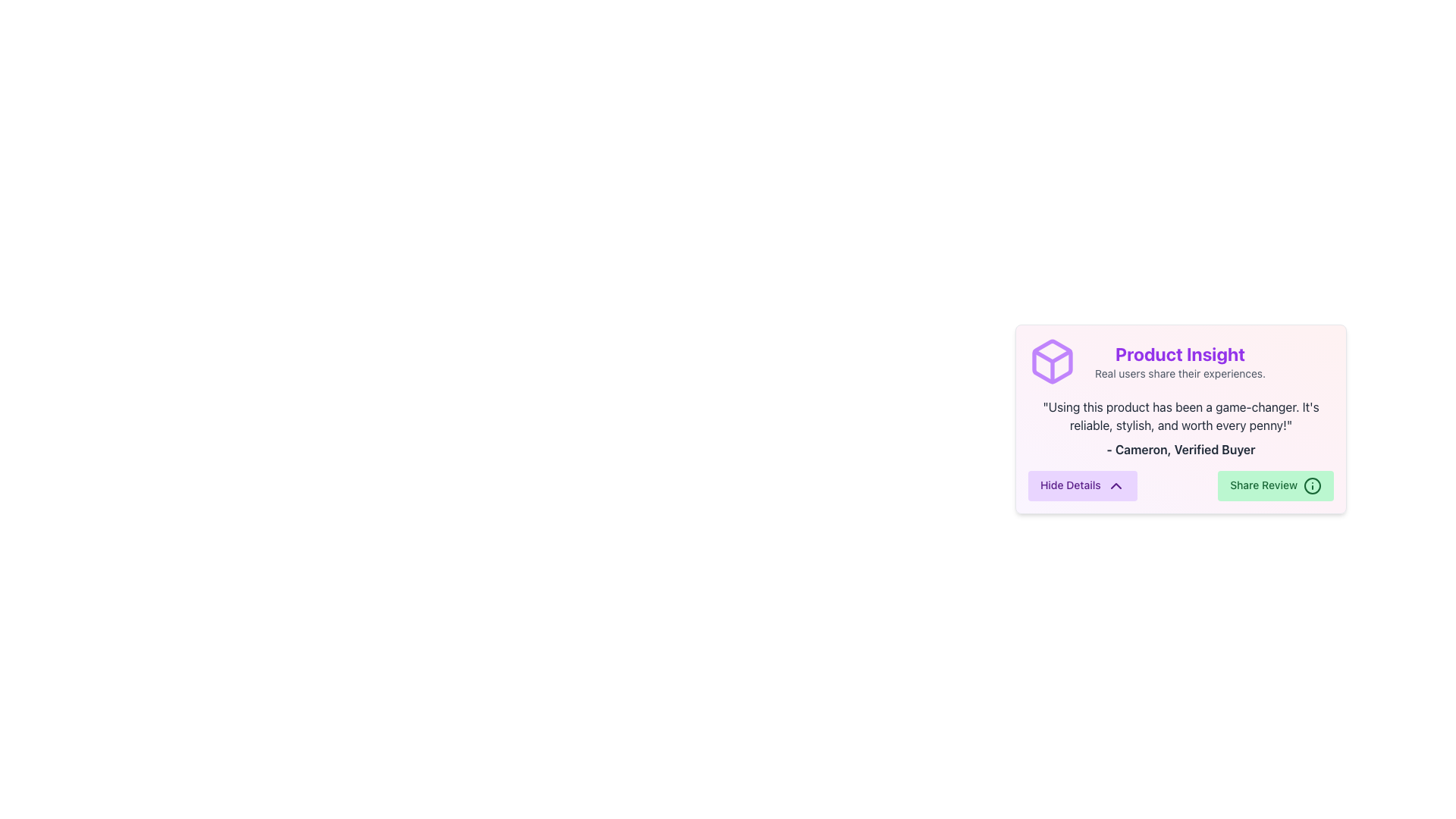 This screenshot has width=1456, height=819. Describe the element at coordinates (1180, 362) in the screenshot. I see `header component of the testimonial card, which is positioned at the top section and centered horizontally within the card` at that location.